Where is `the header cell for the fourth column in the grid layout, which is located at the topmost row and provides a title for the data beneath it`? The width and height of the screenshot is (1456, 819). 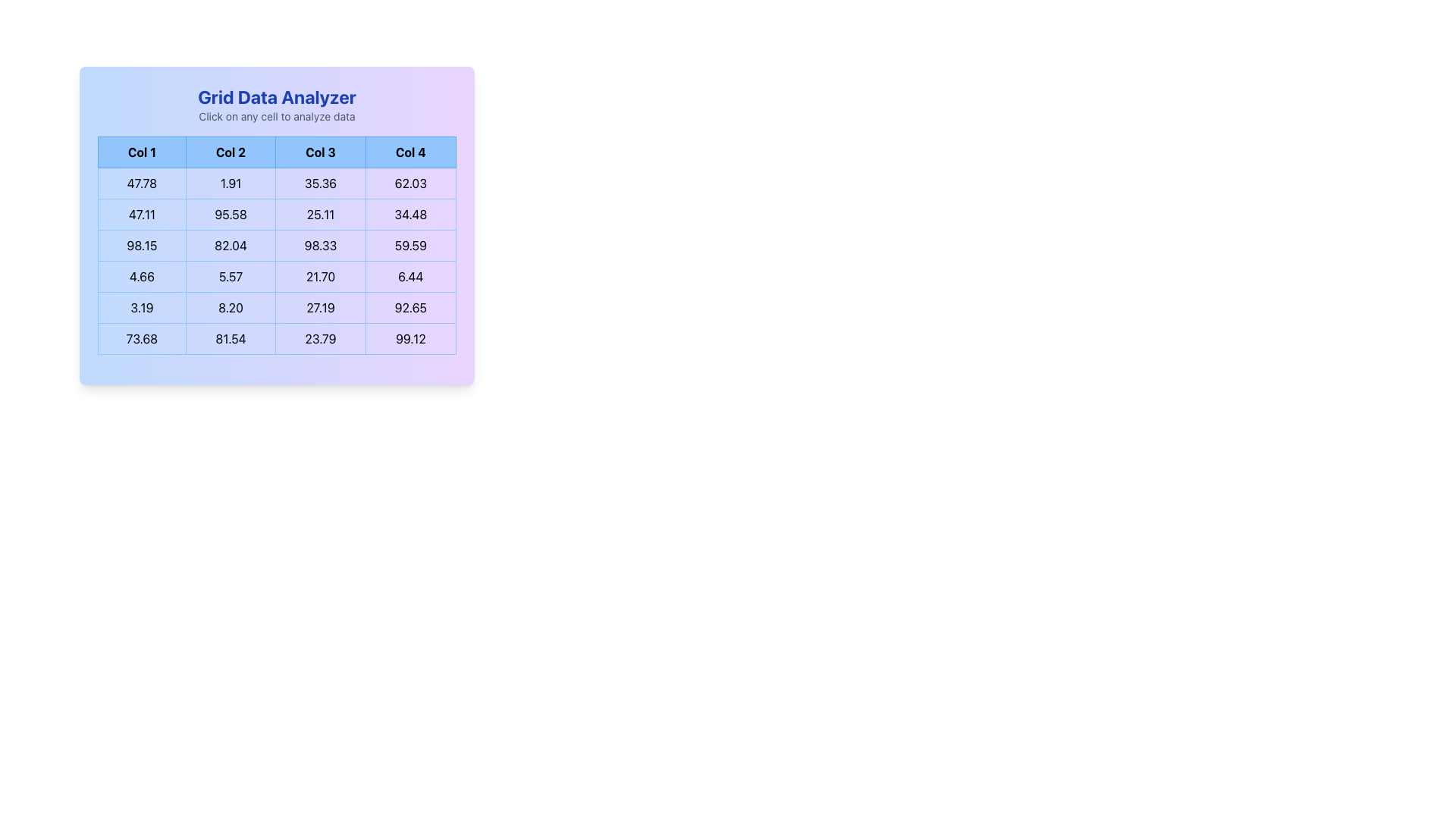
the header cell for the fourth column in the grid layout, which is located at the topmost row and provides a title for the data beneath it is located at coordinates (410, 152).